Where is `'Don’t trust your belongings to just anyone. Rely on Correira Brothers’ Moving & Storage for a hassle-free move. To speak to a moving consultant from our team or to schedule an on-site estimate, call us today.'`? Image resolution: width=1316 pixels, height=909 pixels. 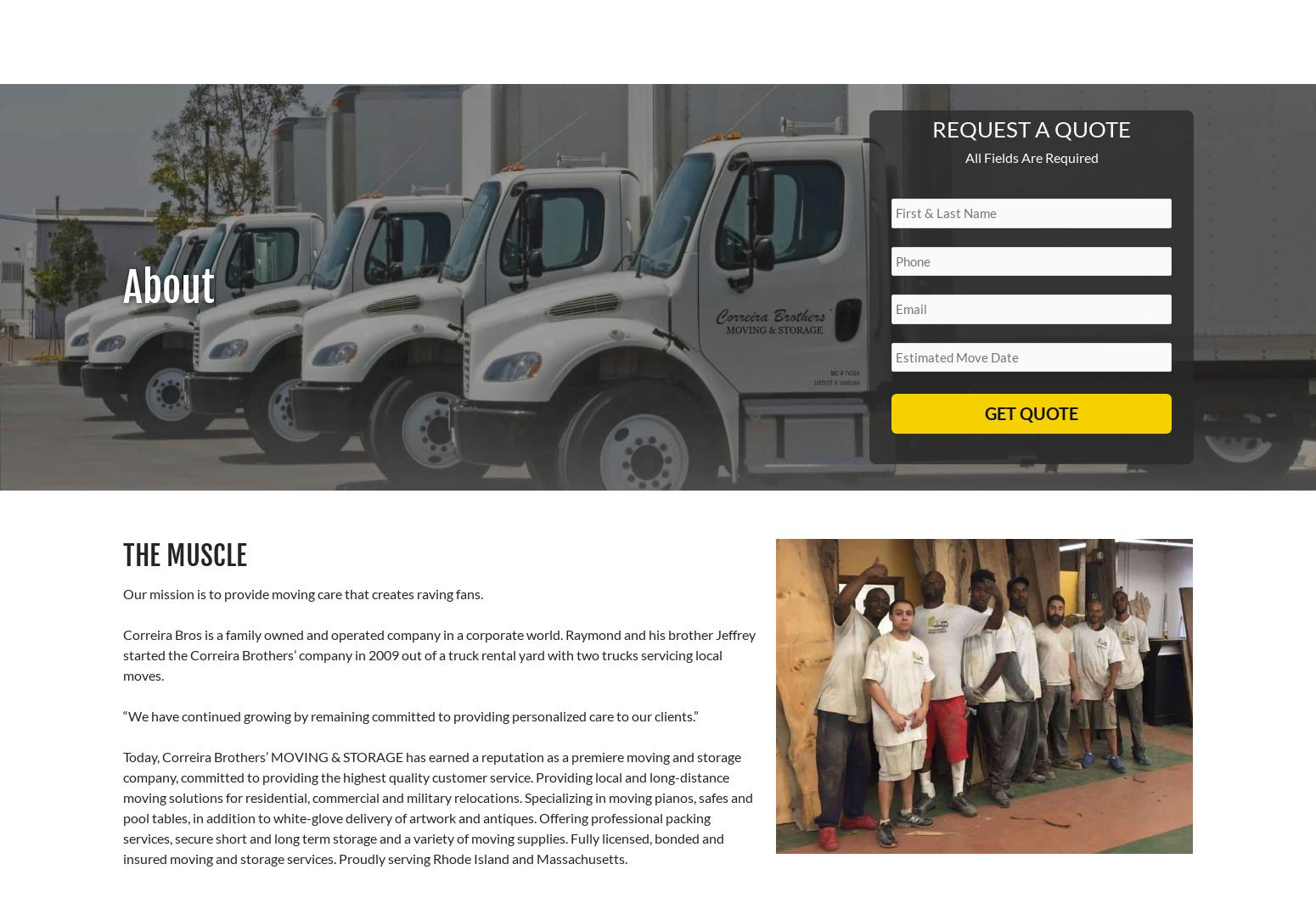 'Don’t trust your belongings to just anyone. Rely on Correira Brothers’ Moving & Storage for a hassle-free move. To speak to a moving consultant from our team or to schedule an on-site estimate, call us today.' is located at coordinates (658, 553).